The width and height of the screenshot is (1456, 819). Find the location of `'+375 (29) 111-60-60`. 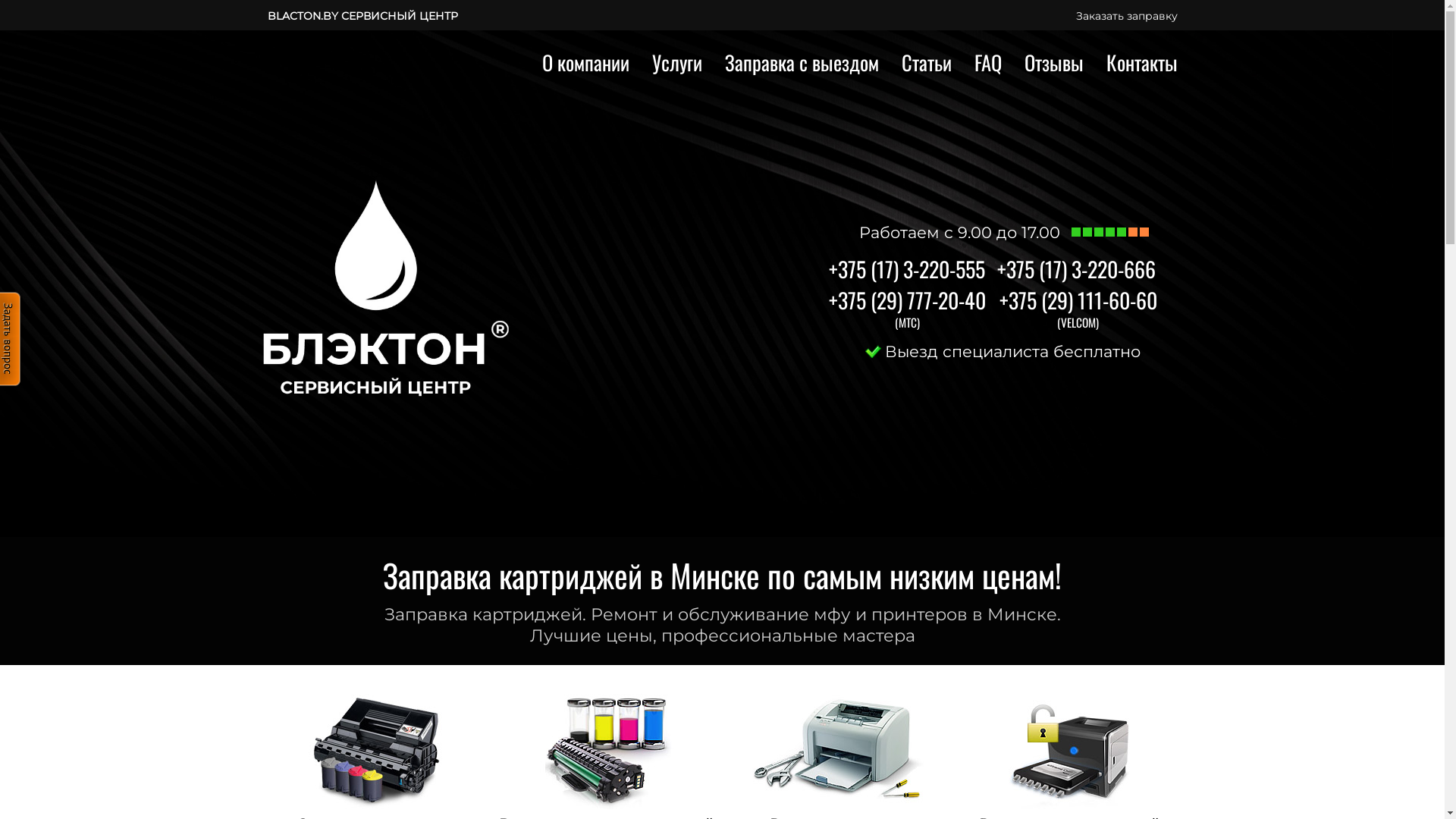

'+375 (29) 111-60-60 is located at coordinates (1077, 300).